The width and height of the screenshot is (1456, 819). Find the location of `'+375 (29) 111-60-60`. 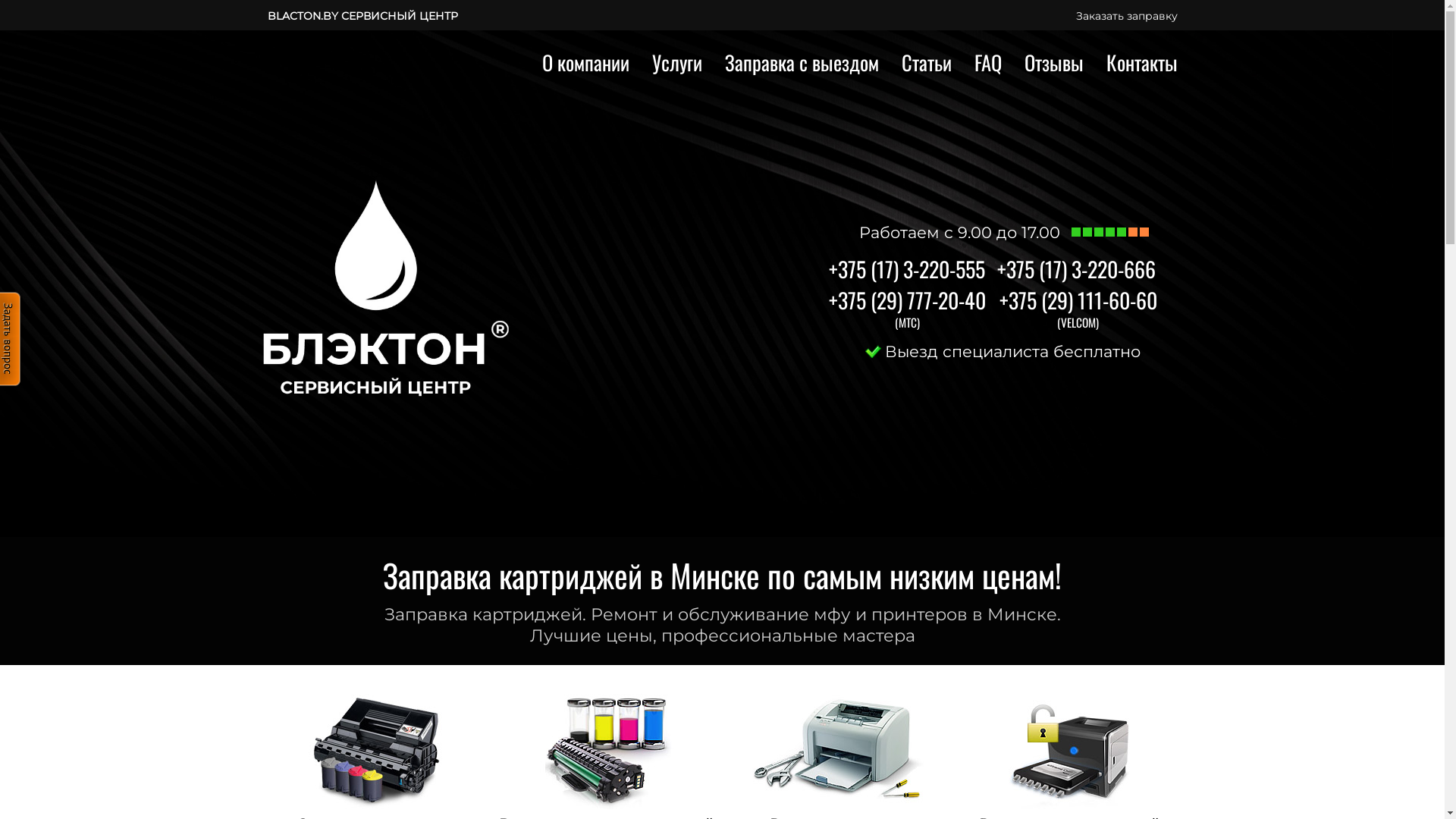

'+375 (29) 111-60-60 is located at coordinates (1077, 300).